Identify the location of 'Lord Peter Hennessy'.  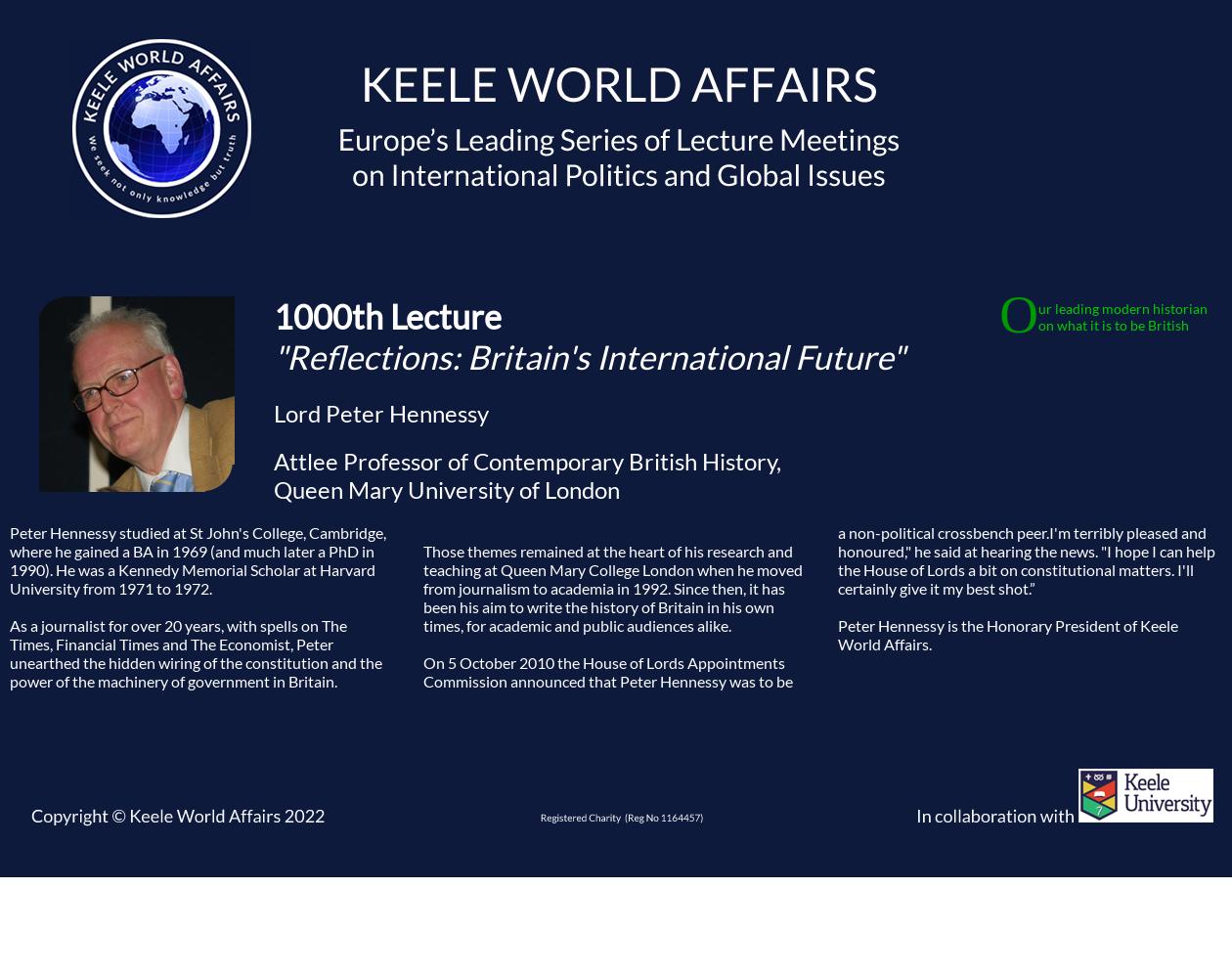
(273, 413).